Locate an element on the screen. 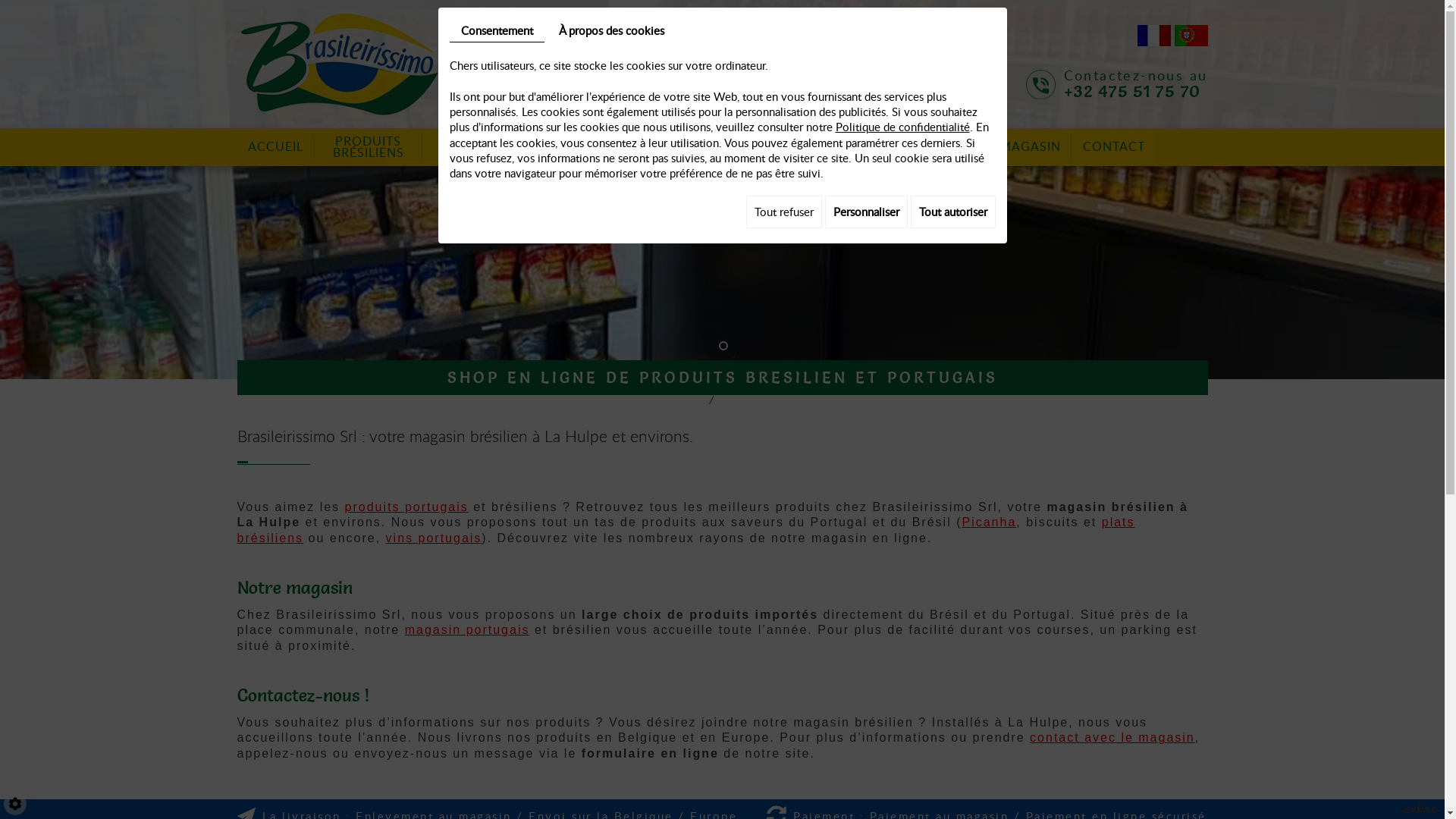 The image size is (1456, 819). 'Contactez-nous au is located at coordinates (1135, 83).